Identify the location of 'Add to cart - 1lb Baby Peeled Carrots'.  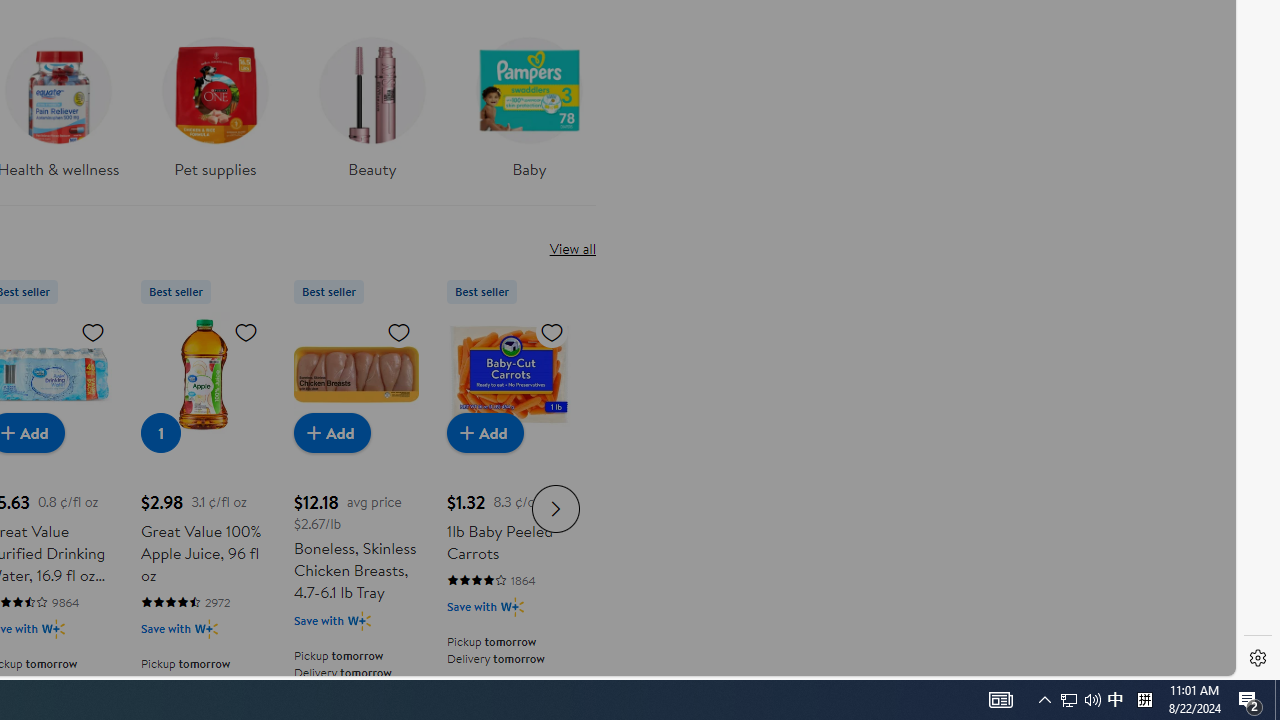
(485, 431).